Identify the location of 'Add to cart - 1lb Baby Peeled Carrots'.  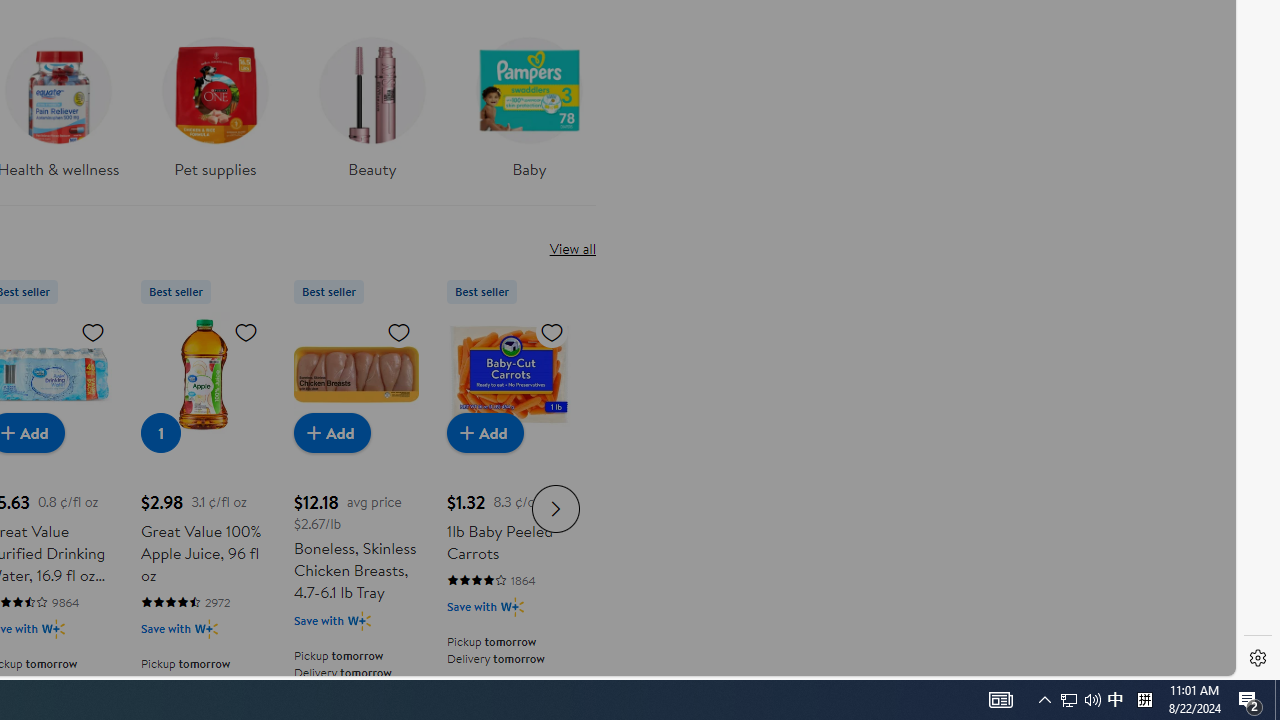
(485, 431).